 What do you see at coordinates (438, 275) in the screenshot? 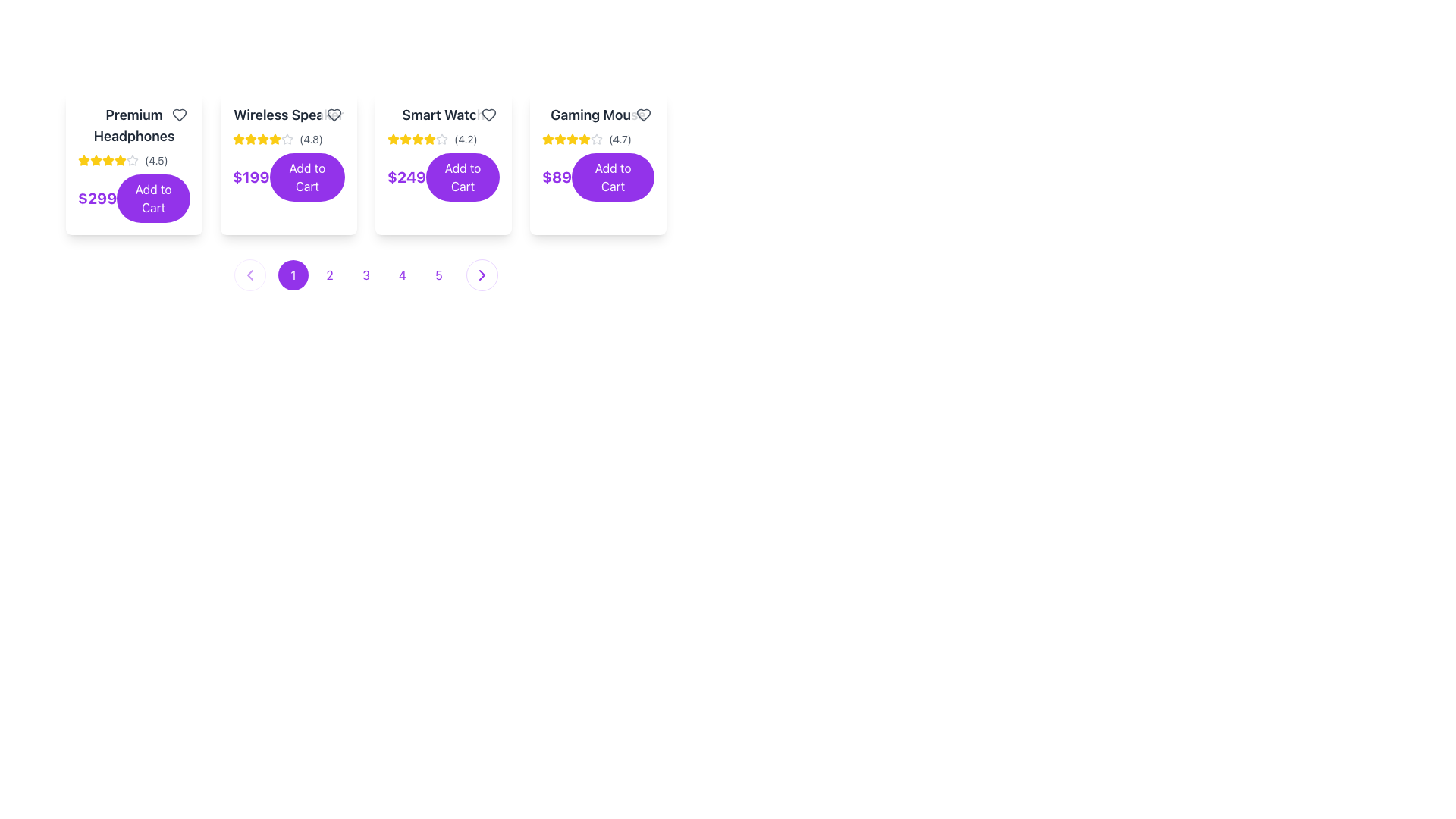
I see `the circular button styled with a purple number '5'` at bounding box center [438, 275].